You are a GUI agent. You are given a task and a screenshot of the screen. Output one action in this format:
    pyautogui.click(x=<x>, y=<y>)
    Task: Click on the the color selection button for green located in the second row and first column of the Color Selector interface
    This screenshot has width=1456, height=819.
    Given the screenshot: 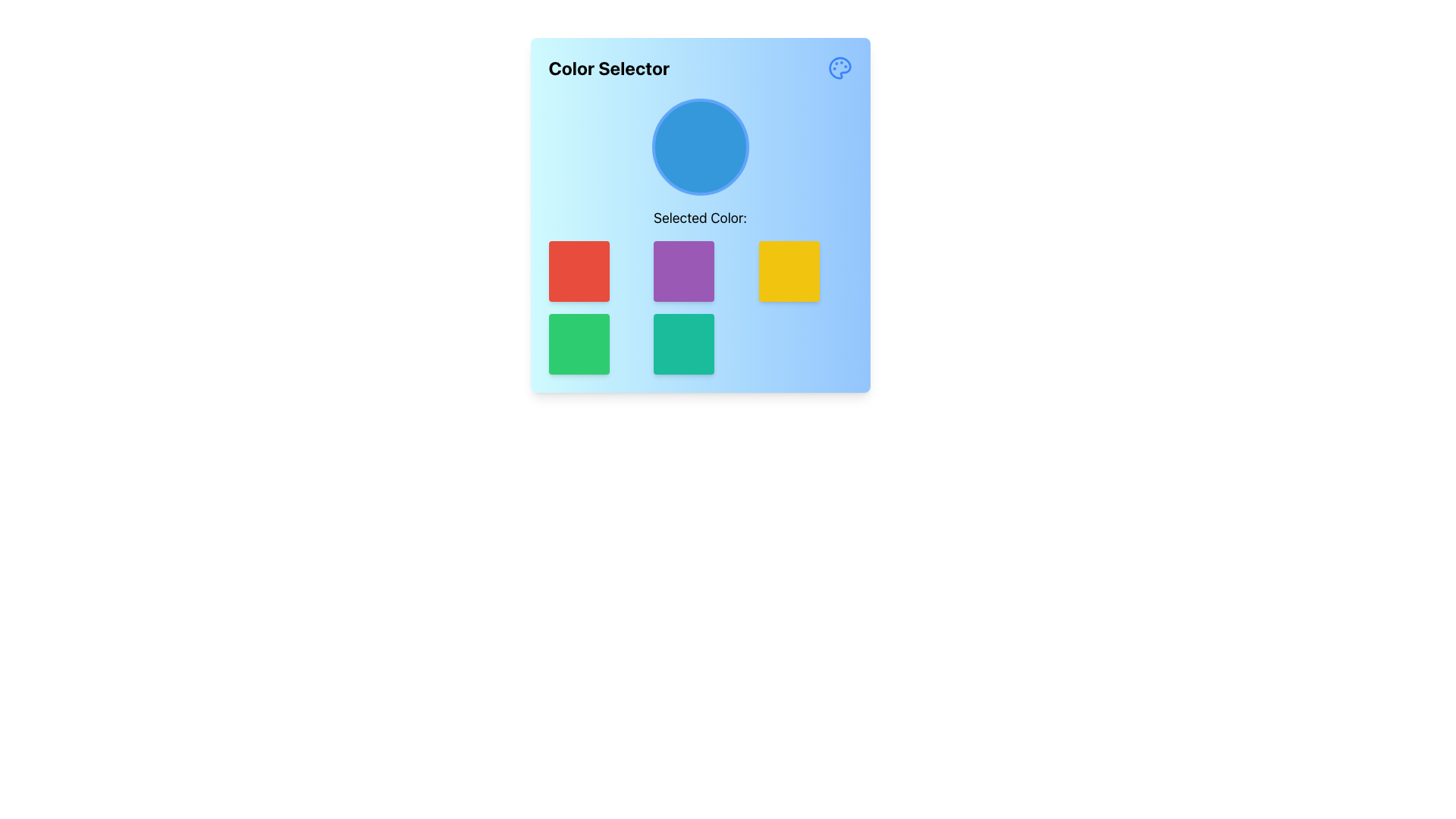 What is the action you would take?
    pyautogui.click(x=578, y=344)
    